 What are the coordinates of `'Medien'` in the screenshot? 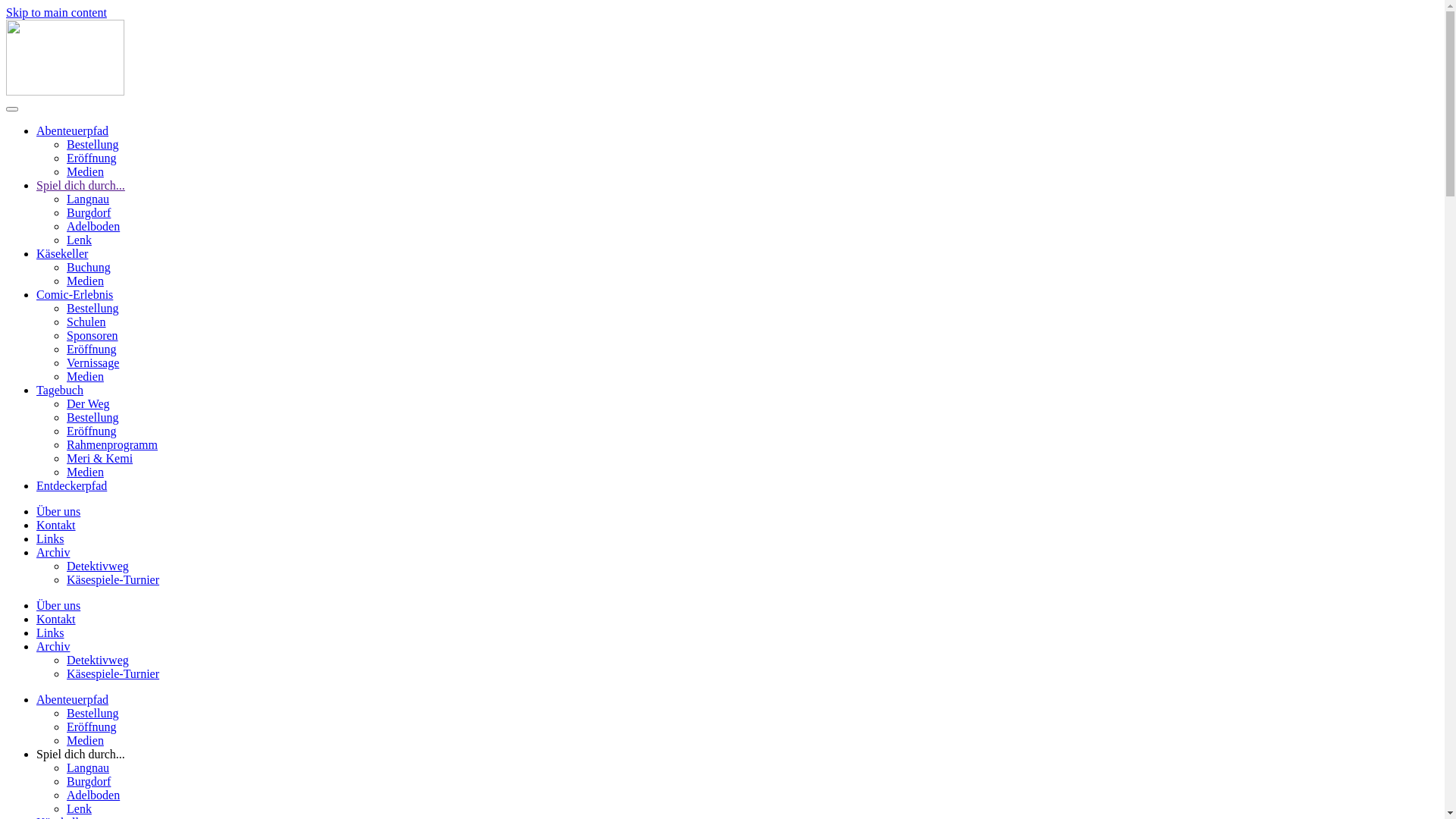 It's located at (84, 739).